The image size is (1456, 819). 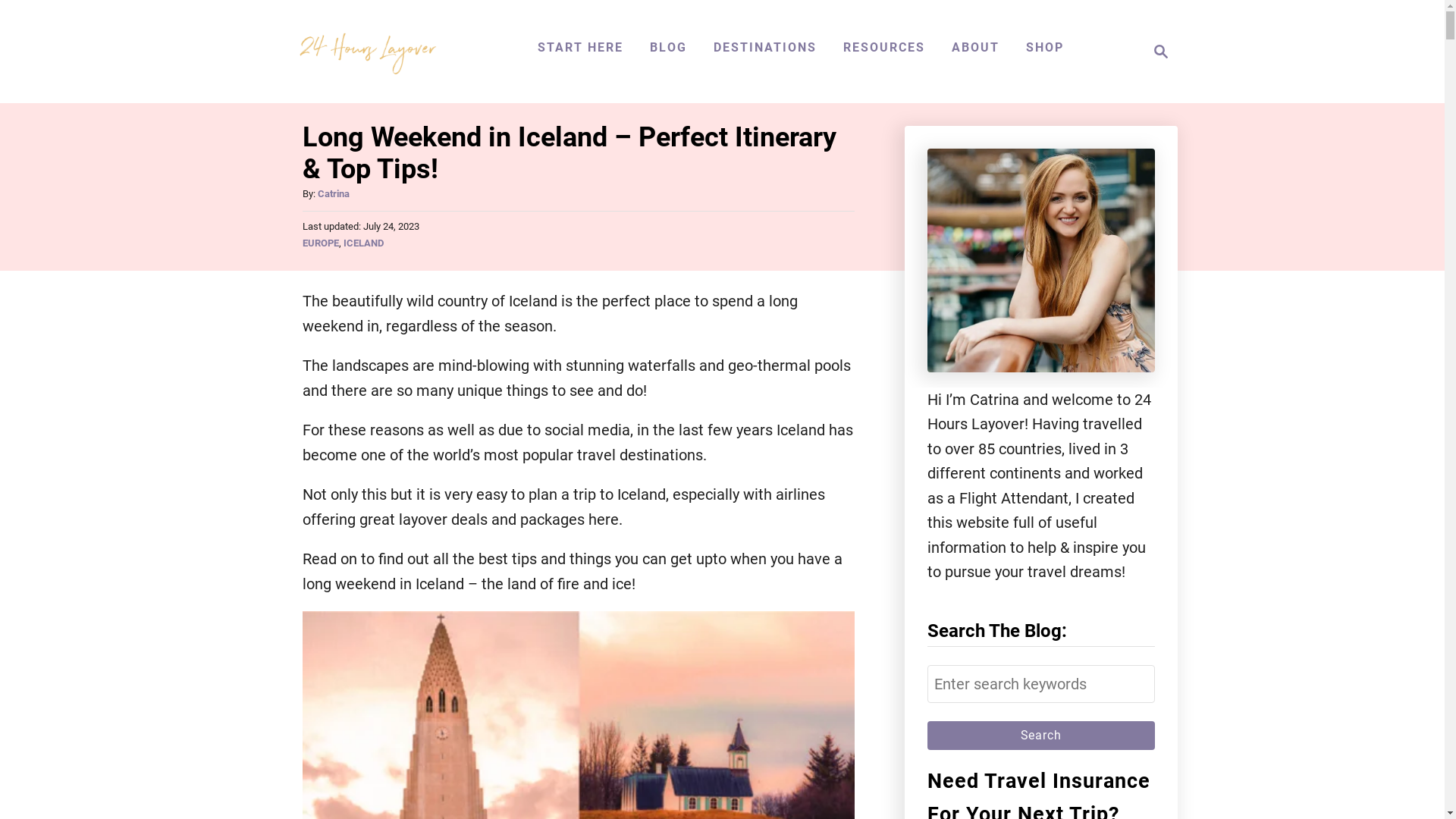 I want to click on 'EUROPE', so click(x=319, y=242).